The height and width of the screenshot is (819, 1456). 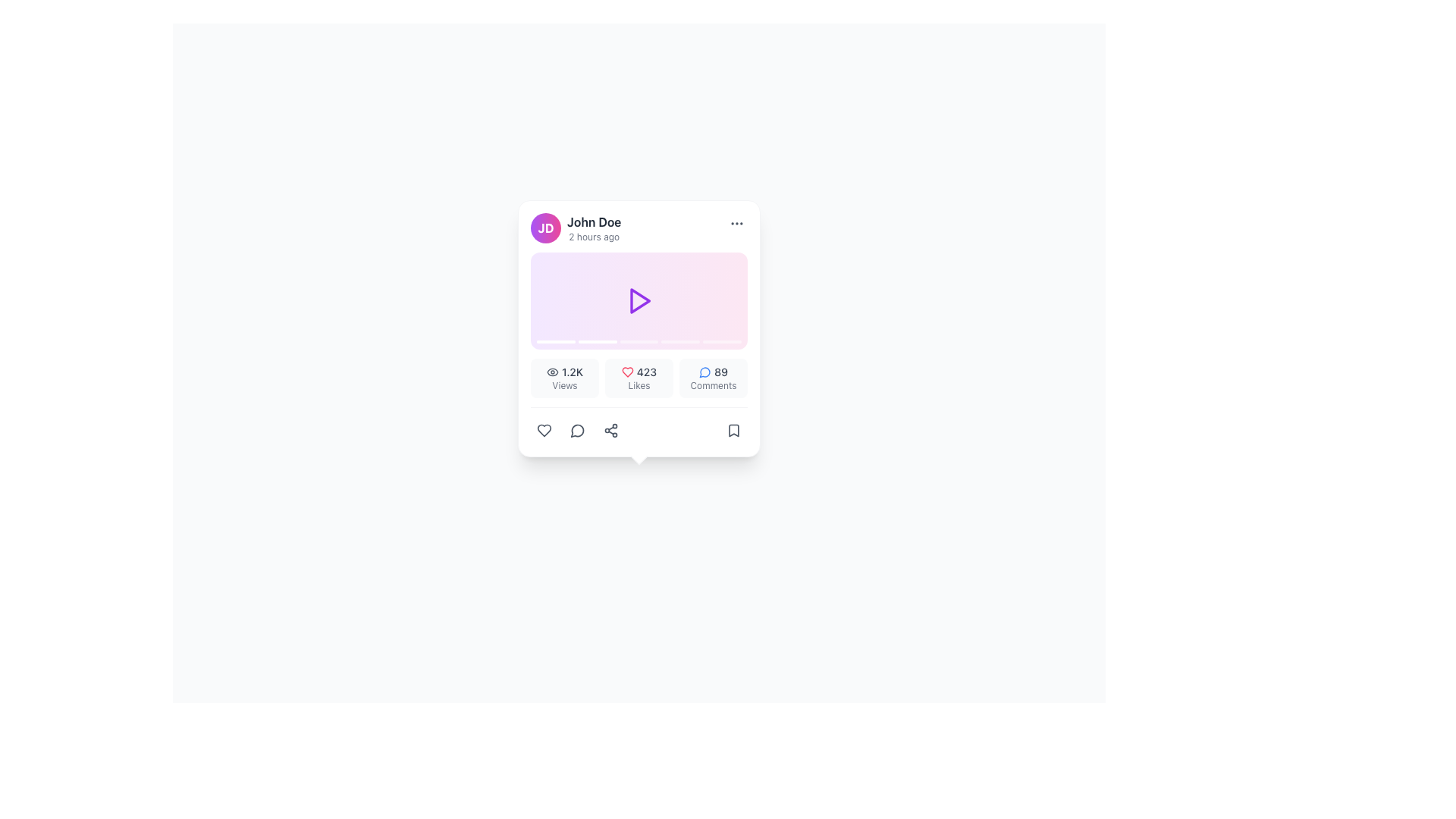 I want to click on the circular avatar badge with a gradient background transitioning from purple to pink, containing bold white initials 'JD', located at the top-left corner of the user information layout, so click(x=546, y=227).